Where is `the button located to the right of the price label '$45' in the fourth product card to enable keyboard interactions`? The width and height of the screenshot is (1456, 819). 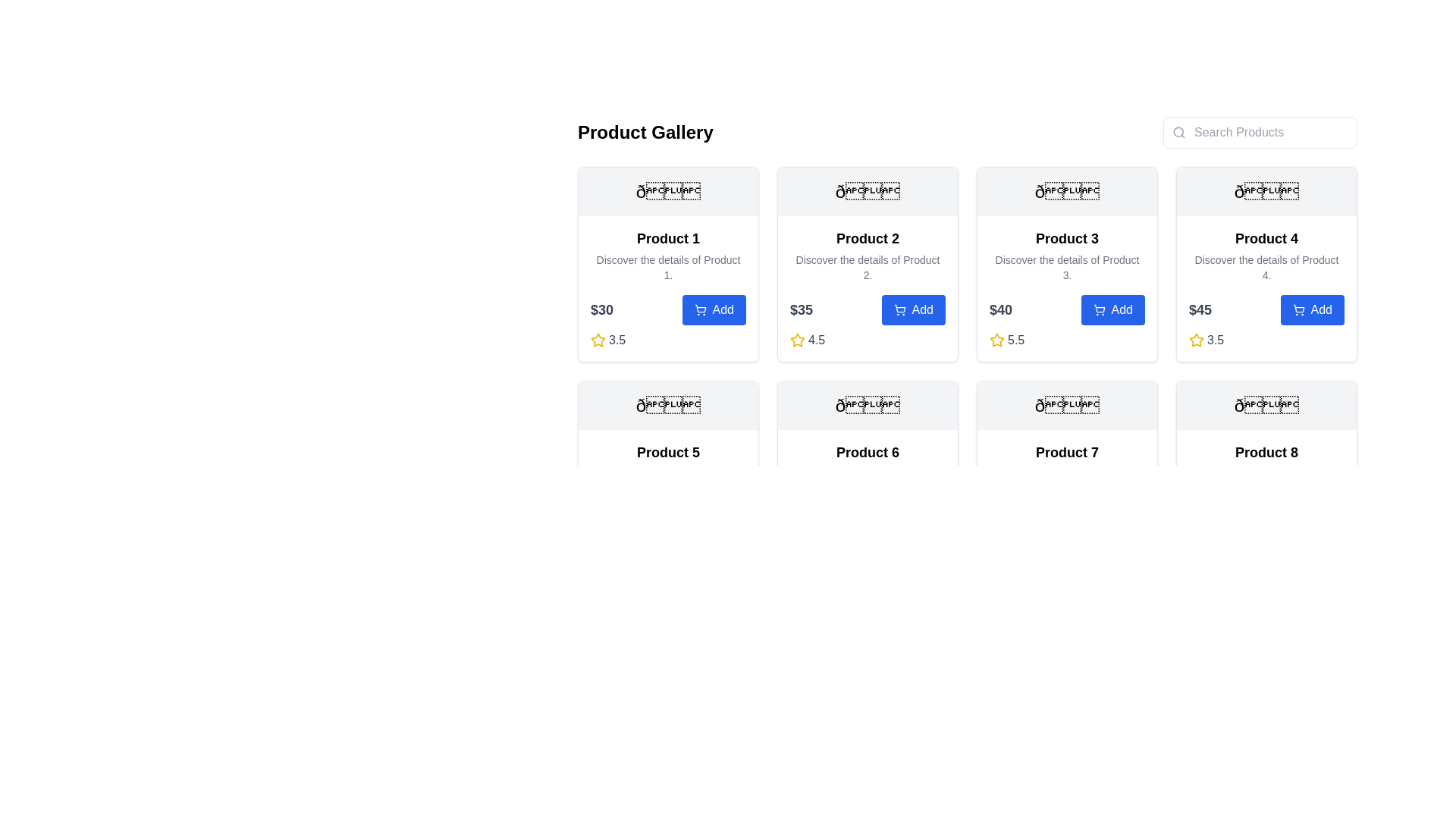 the button located to the right of the price label '$45' in the fourth product card to enable keyboard interactions is located at coordinates (1311, 309).